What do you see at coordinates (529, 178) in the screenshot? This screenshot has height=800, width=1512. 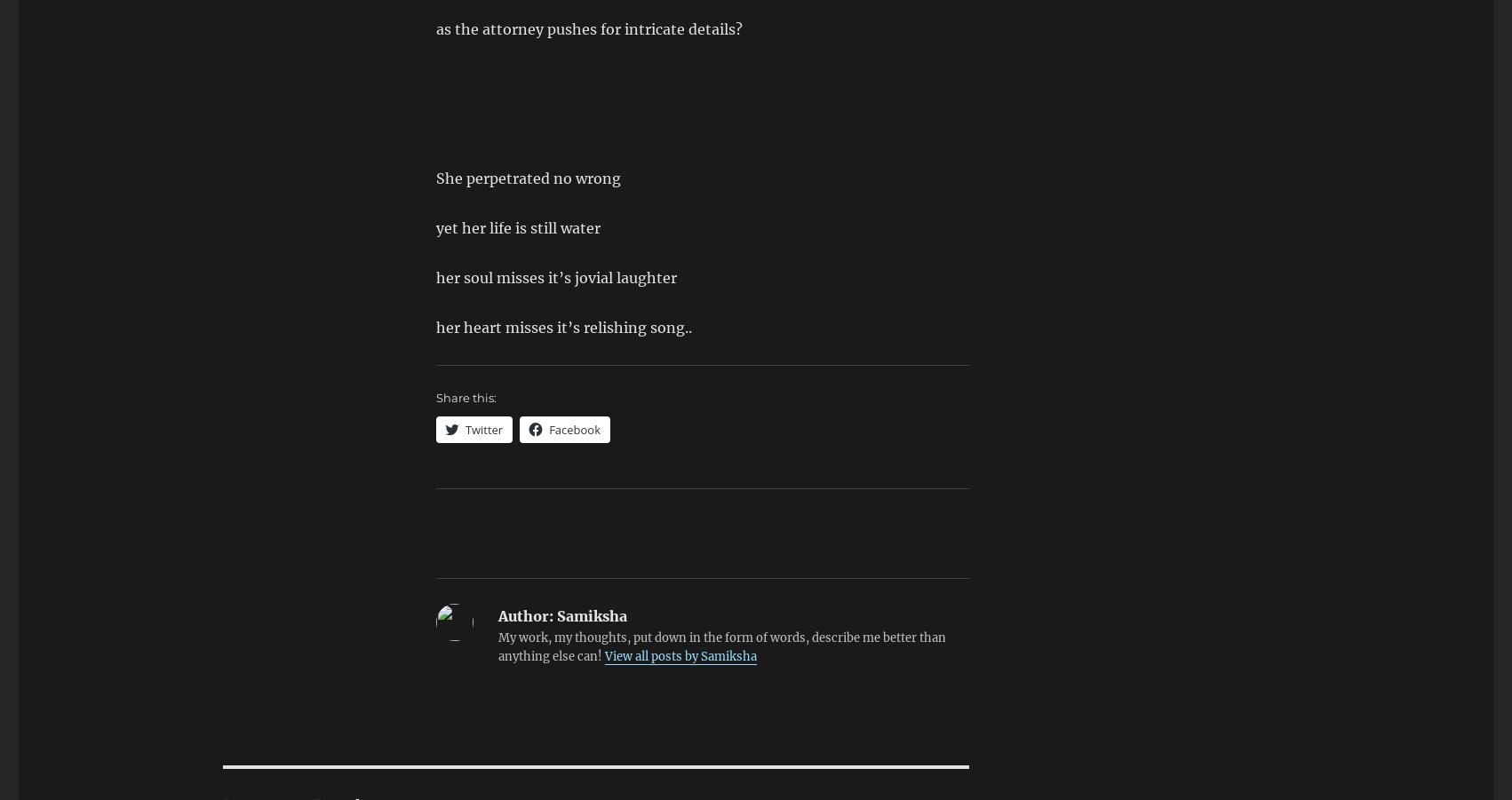 I see `'She perpetrated no wrong'` at bounding box center [529, 178].